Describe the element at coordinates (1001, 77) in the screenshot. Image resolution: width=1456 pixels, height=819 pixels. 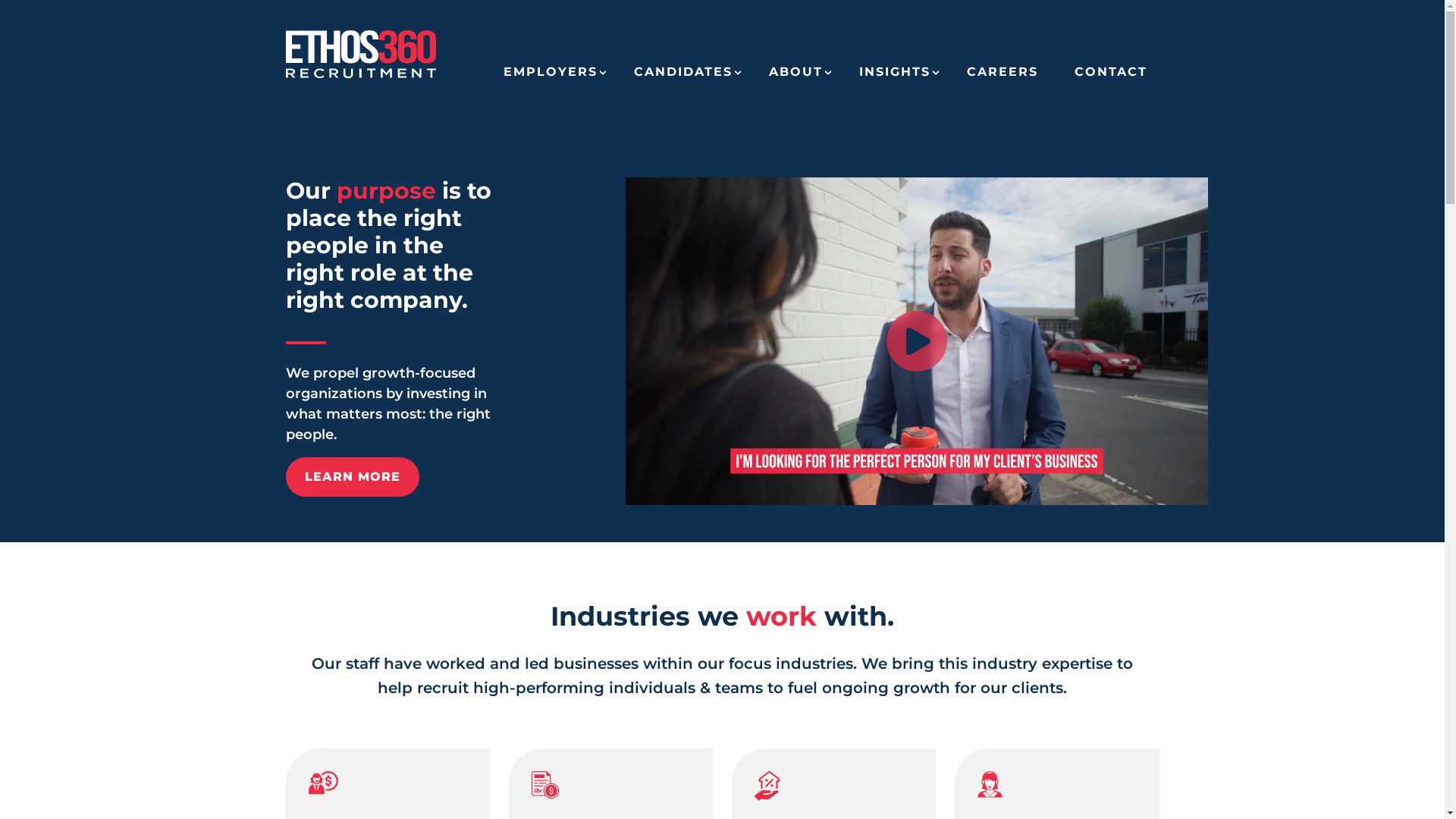
I see `'CAREERS'` at that location.